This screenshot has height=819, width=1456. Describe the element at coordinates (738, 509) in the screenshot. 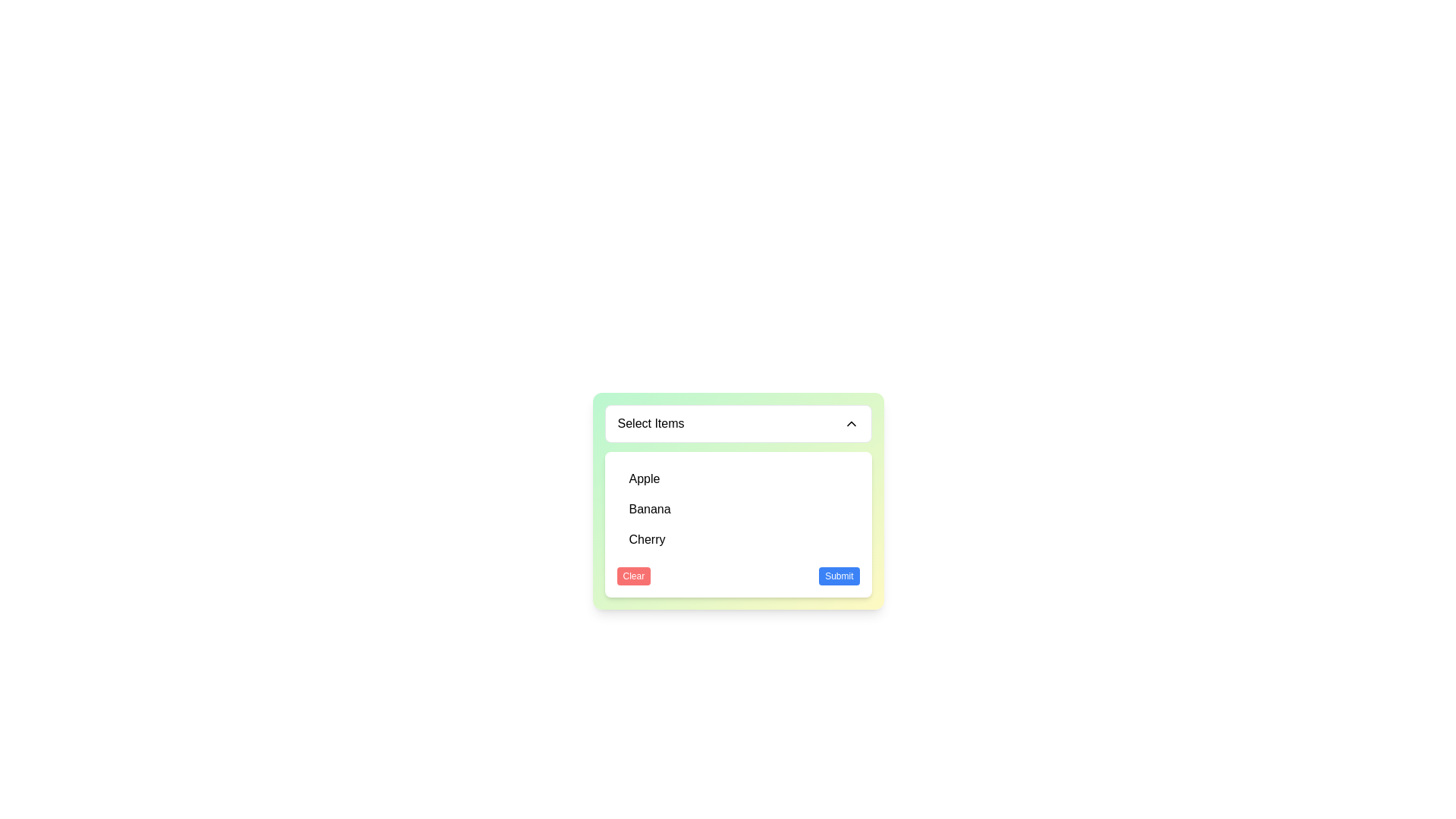

I see `the selectable list item labeled 'Banana'` at that location.